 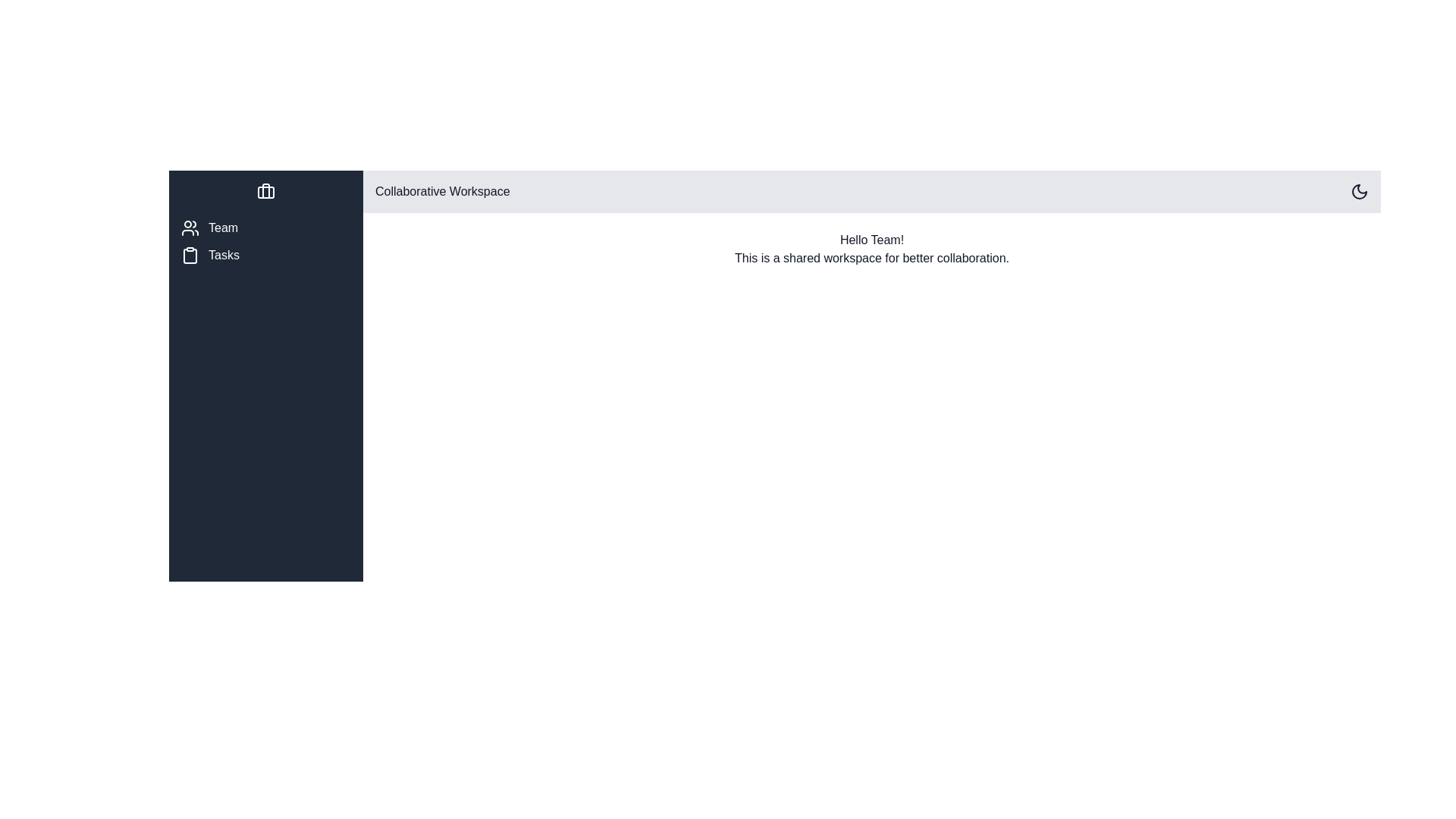 What do you see at coordinates (189, 227) in the screenshot?
I see `the 'Team' icon in the sidebar navigation menu` at bounding box center [189, 227].